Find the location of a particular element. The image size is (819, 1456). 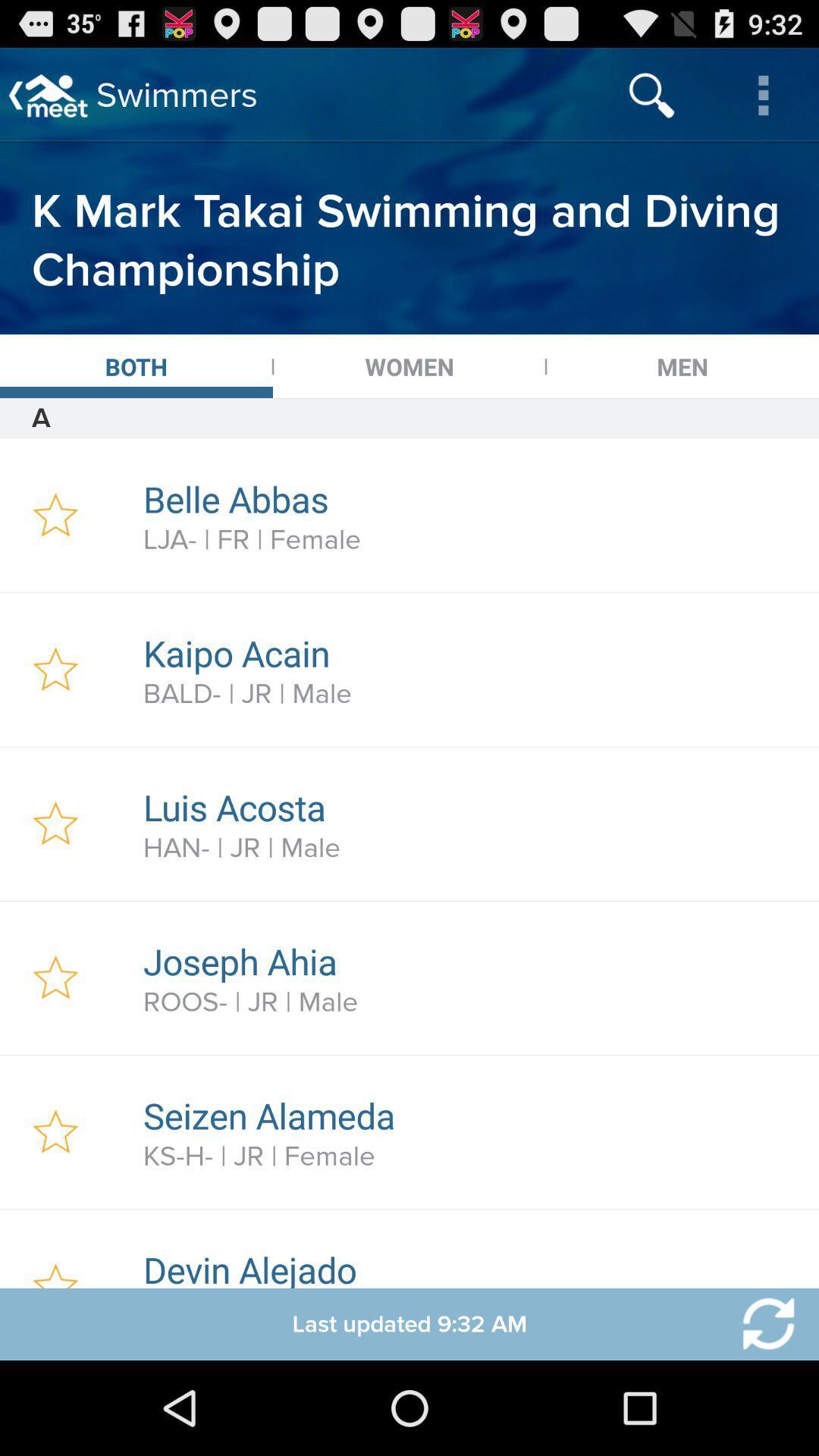

the icon above a icon is located at coordinates (136, 366).